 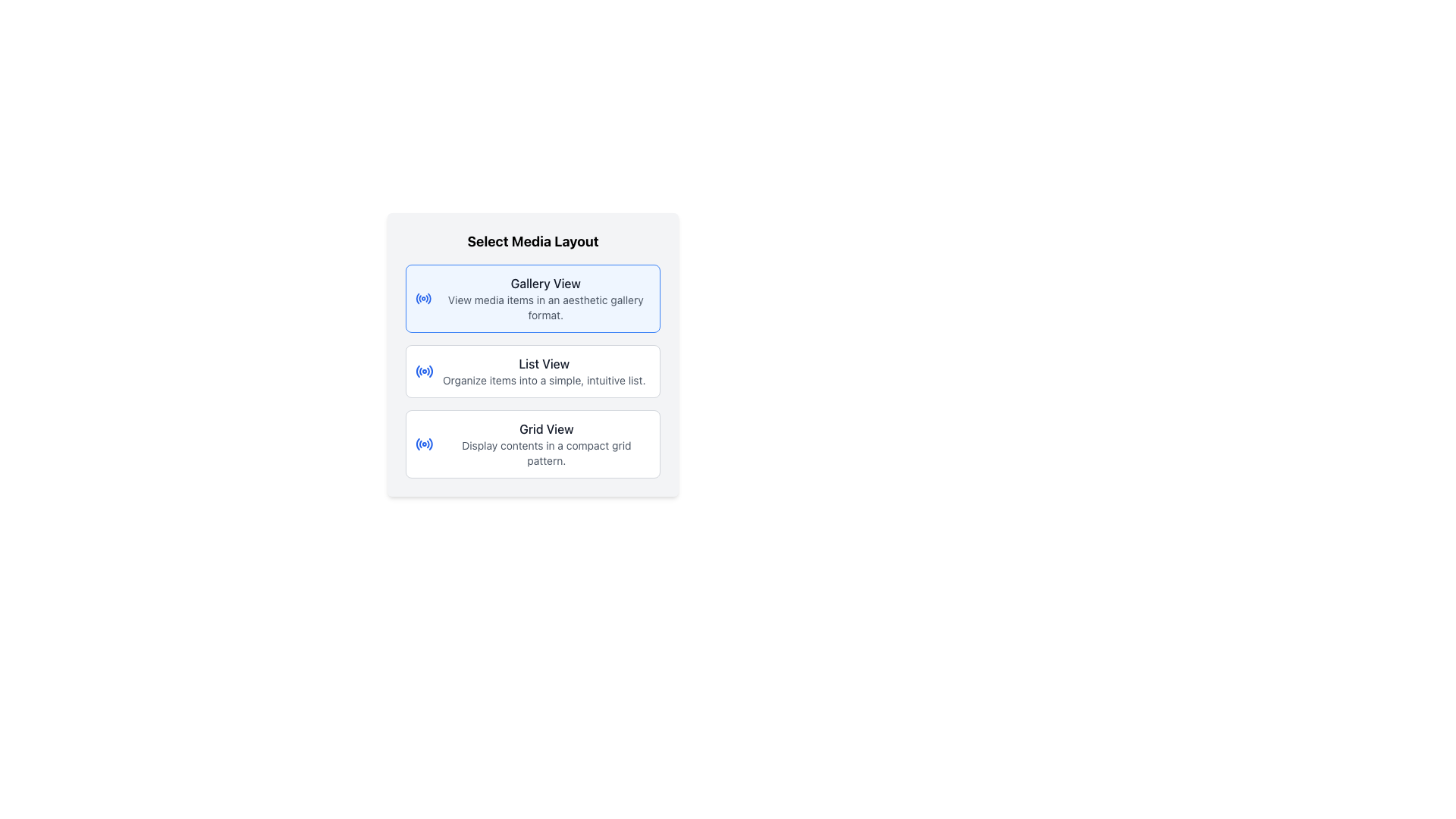 What do you see at coordinates (546, 452) in the screenshot?
I see `the static text label that provides additional details about the 'Grid View' option, which is located under the bold label 'Grid View' in the 'Select Media Layout' section` at bounding box center [546, 452].